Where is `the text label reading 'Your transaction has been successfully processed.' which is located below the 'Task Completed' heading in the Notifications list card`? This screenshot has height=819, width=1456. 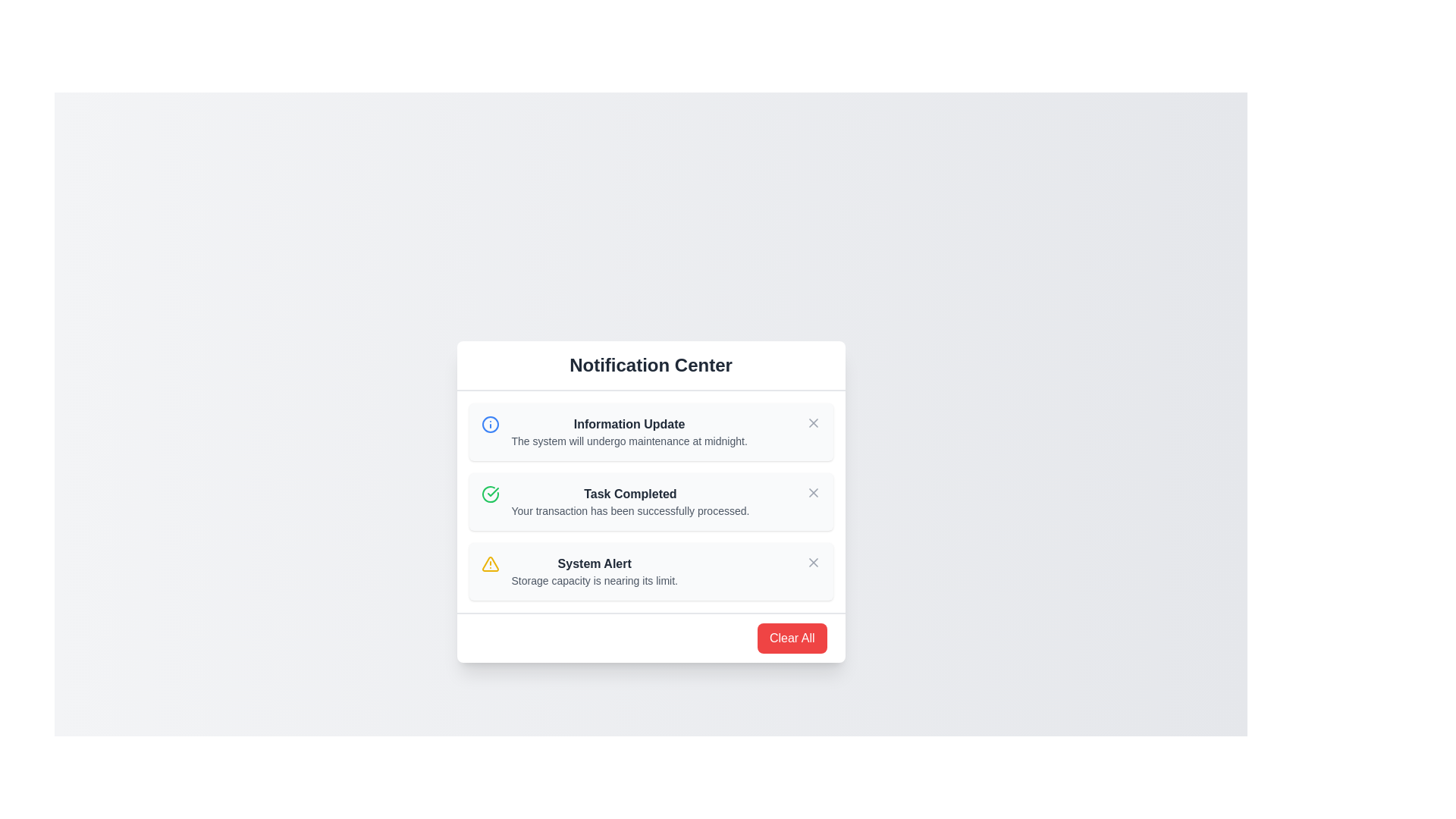
the text label reading 'Your transaction has been successfully processed.' which is located below the 'Task Completed' heading in the Notifications list card is located at coordinates (630, 511).